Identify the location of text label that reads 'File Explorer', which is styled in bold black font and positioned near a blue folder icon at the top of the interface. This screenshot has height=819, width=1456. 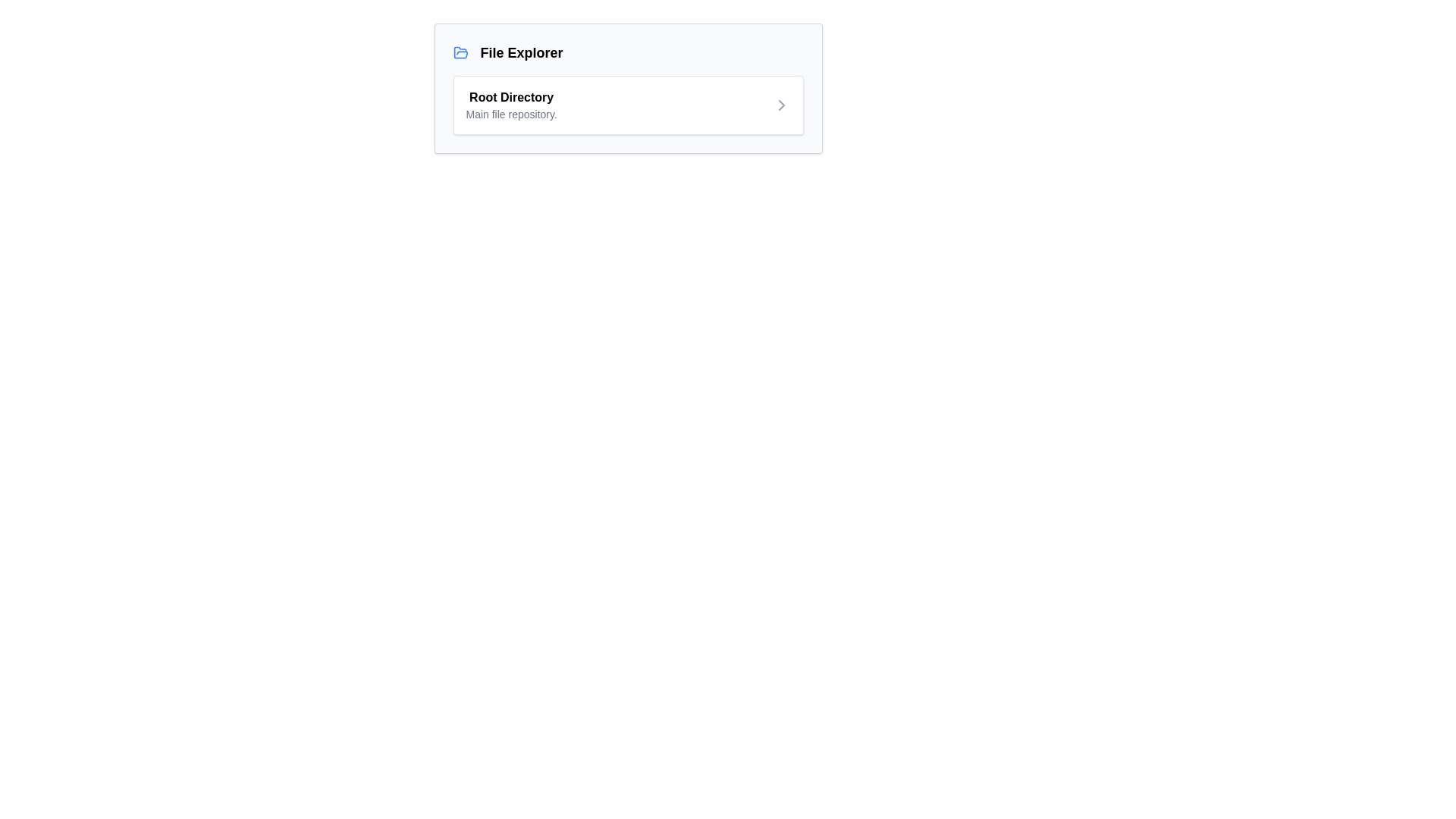
(521, 52).